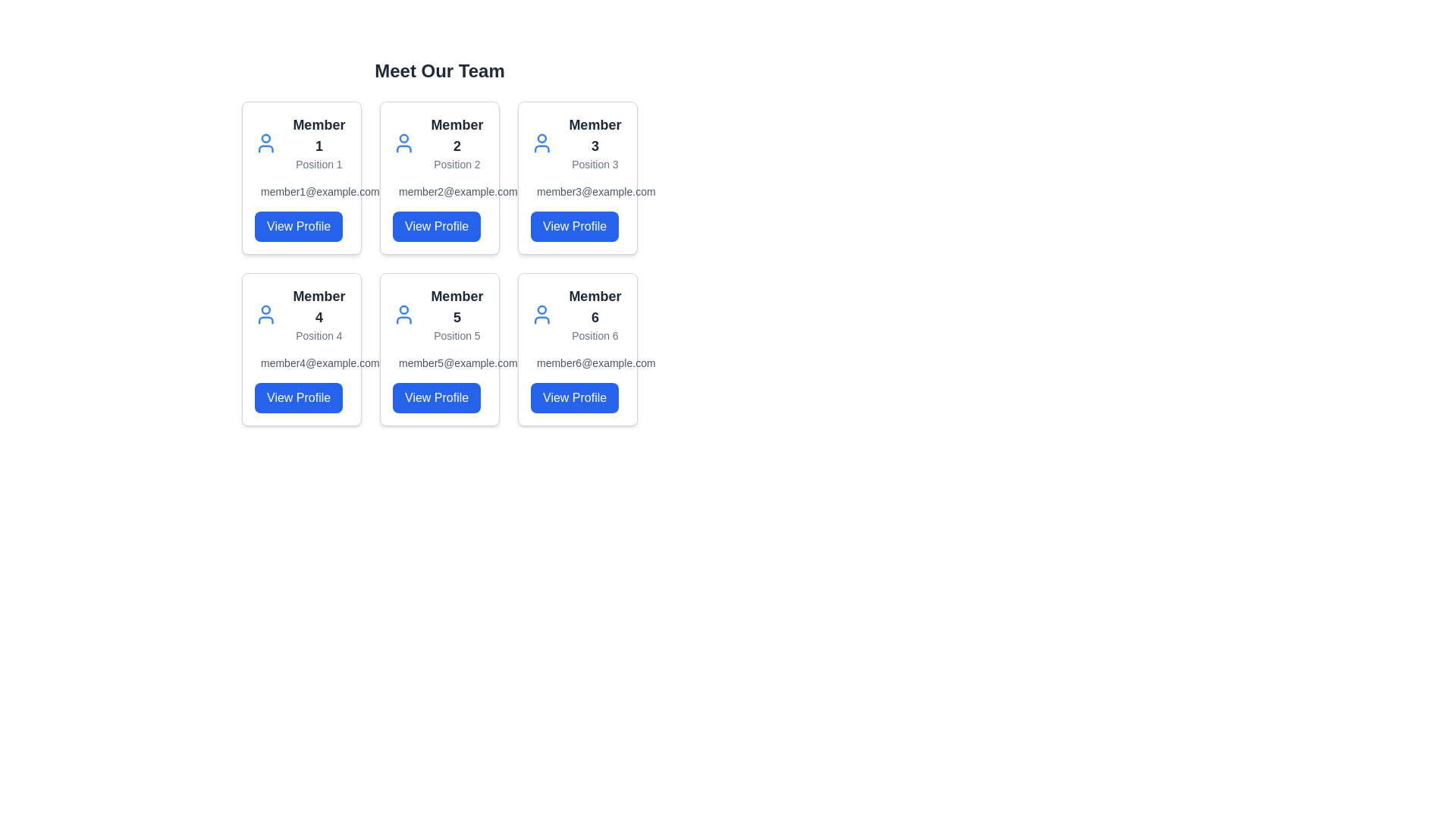 The height and width of the screenshot is (819, 1456). What do you see at coordinates (265, 309) in the screenshot?
I see `the circular graphical component located at the top center of the user profile icon for 'Member 4' in the second row of the team member display grid` at bounding box center [265, 309].